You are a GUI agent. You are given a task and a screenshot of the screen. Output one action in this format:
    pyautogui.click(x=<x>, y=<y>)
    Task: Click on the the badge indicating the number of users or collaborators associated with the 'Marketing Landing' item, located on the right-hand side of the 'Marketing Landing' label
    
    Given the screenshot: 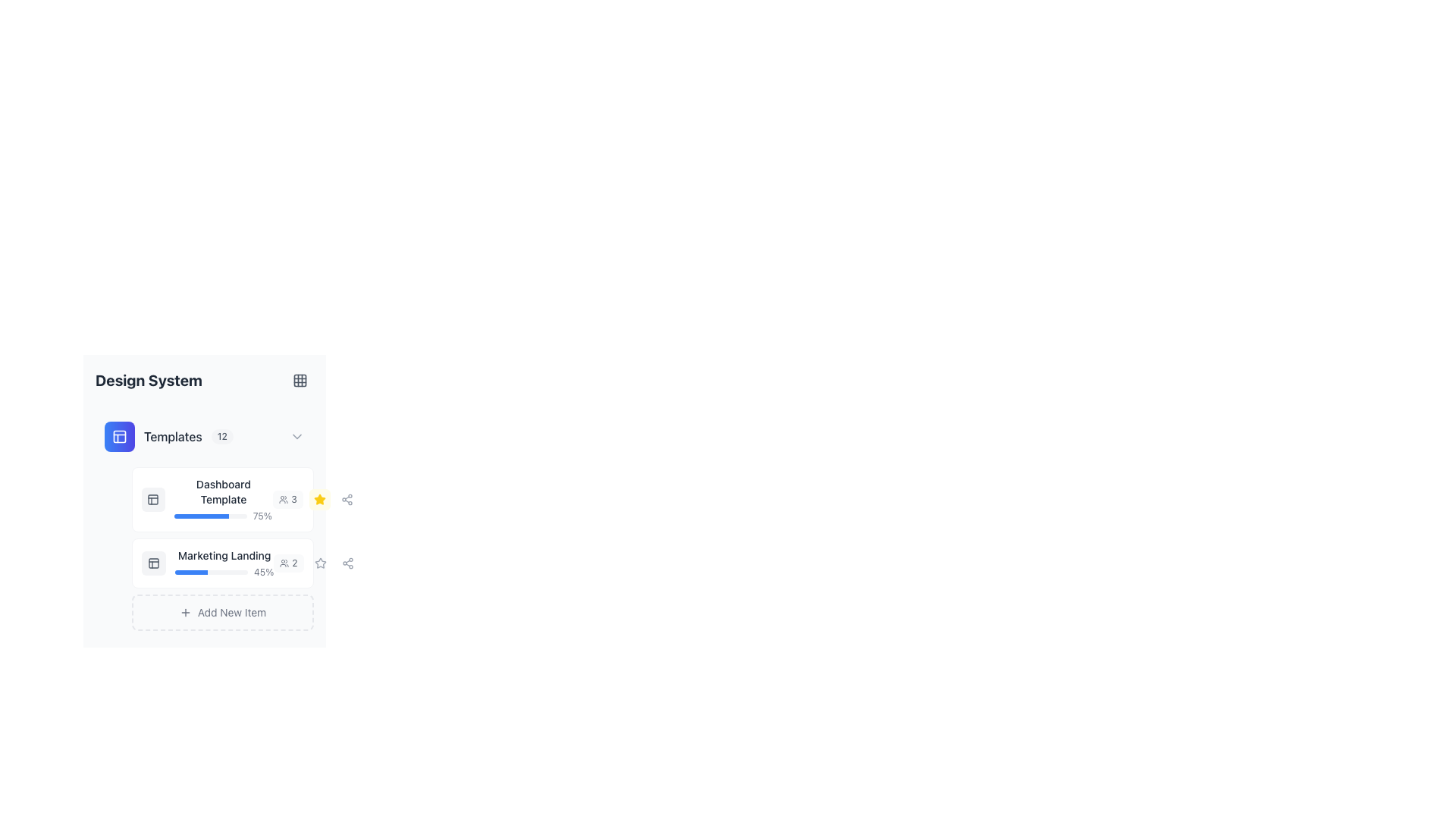 What is the action you would take?
    pyautogui.click(x=288, y=563)
    